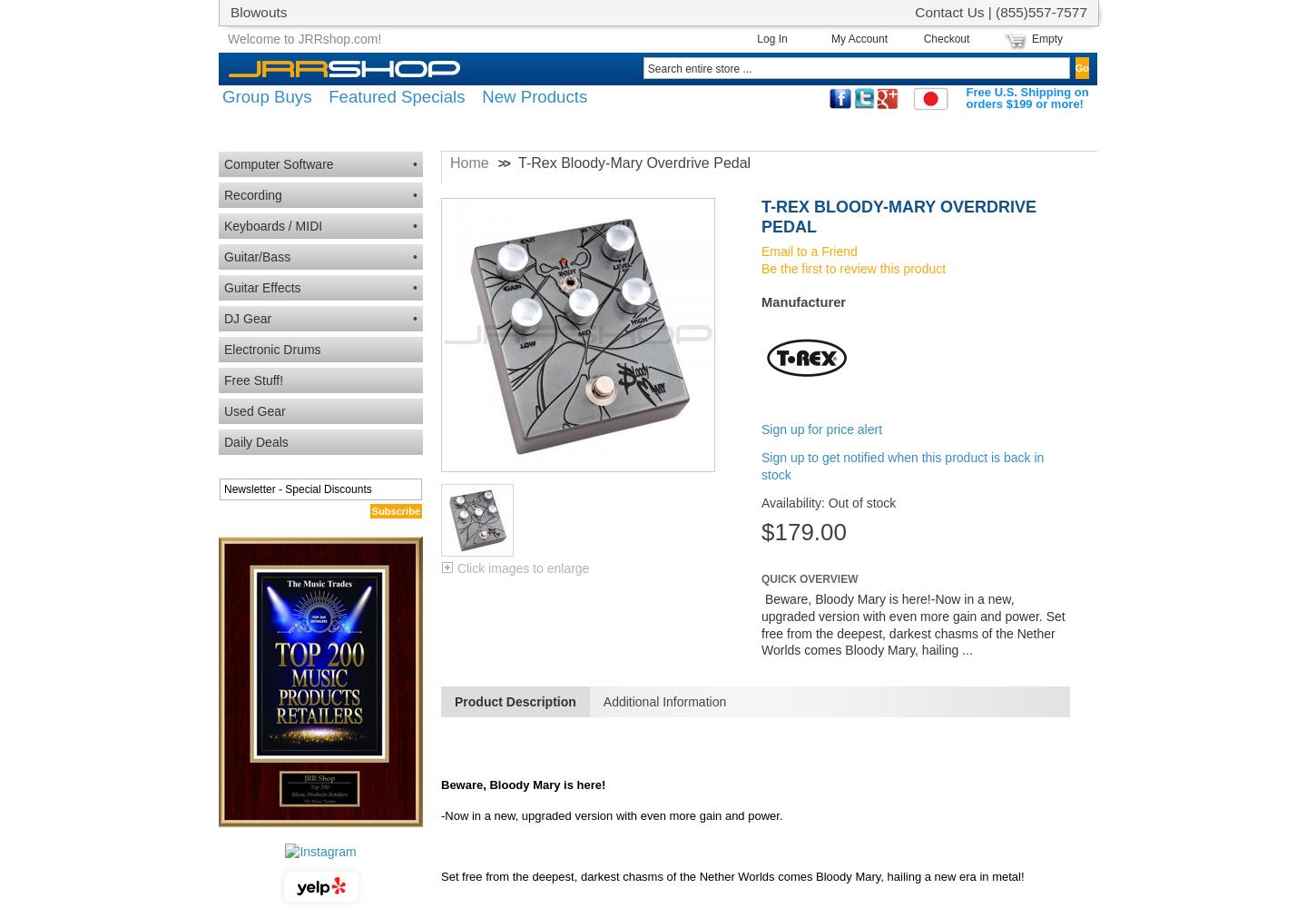 This screenshot has width=1316, height=908. What do you see at coordinates (1029, 39) in the screenshot?
I see `'Empty'` at bounding box center [1029, 39].